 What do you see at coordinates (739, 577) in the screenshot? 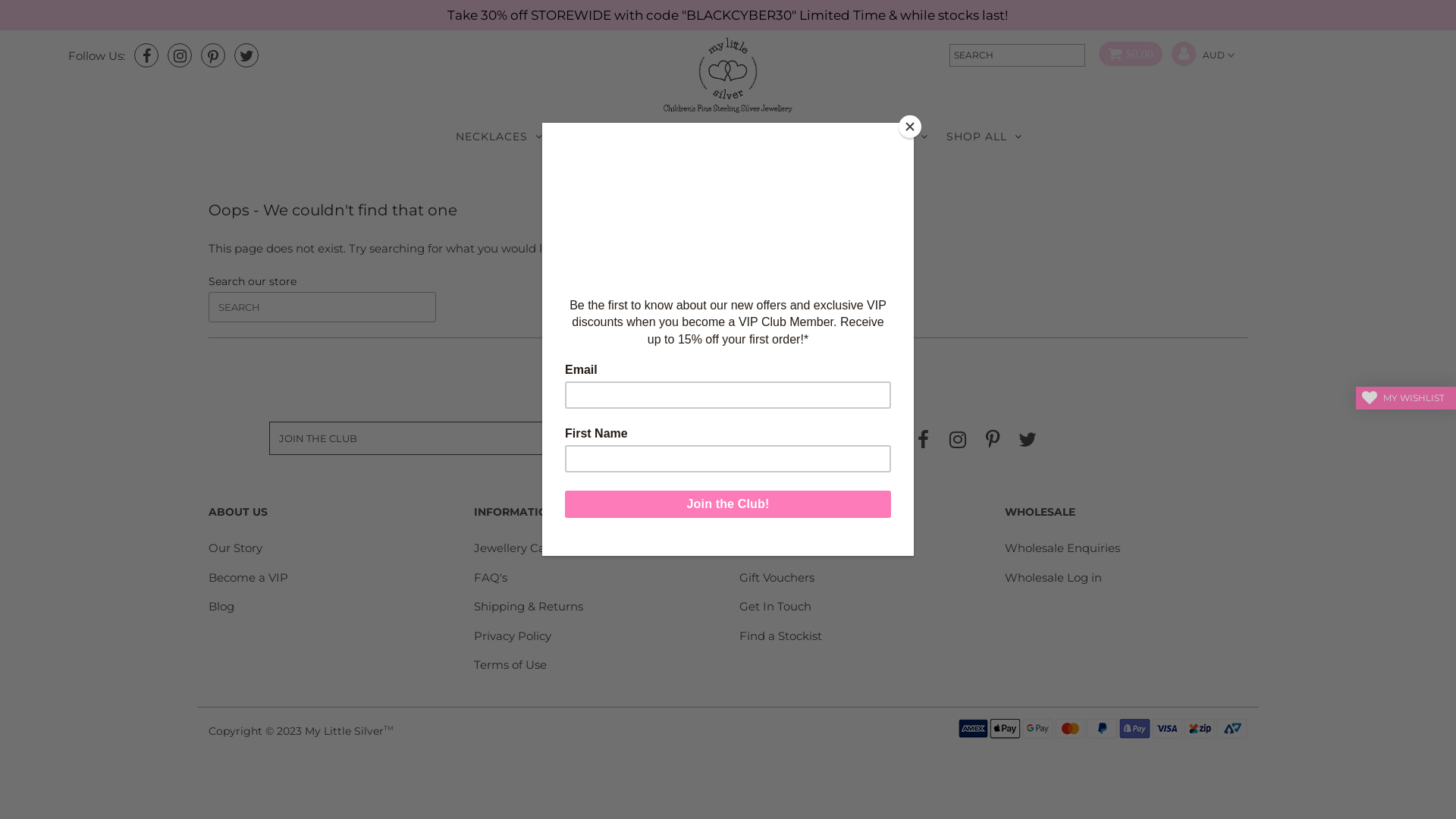
I see `'Gift Vouchers'` at bounding box center [739, 577].